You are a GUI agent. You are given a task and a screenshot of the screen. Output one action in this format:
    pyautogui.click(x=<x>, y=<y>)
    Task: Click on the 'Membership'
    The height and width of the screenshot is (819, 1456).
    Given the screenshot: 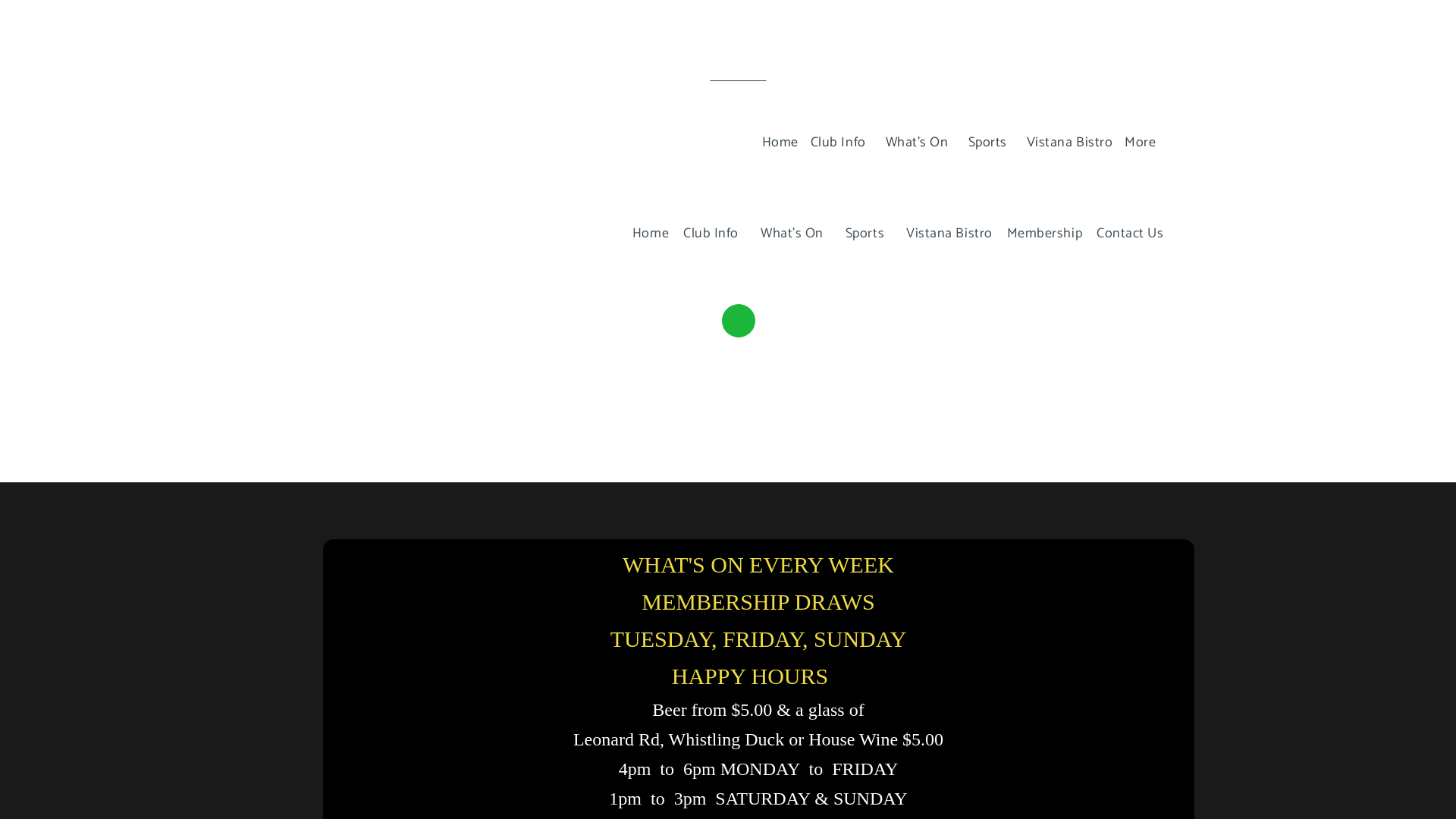 What is the action you would take?
    pyautogui.click(x=1037, y=234)
    